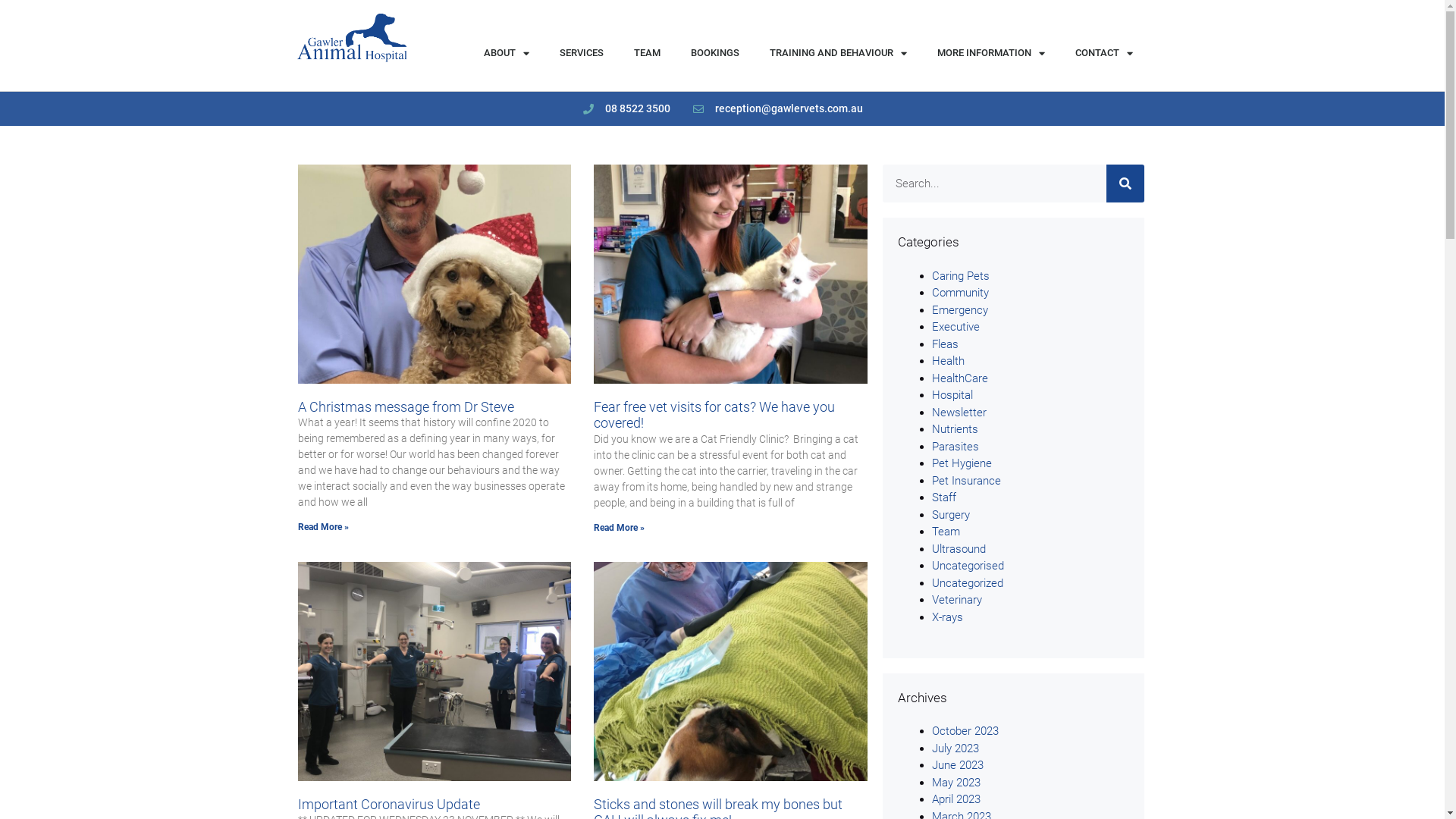 Image resolution: width=1456 pixels, height=819 pixels. I want to click on 'Health', so click(930, 360).